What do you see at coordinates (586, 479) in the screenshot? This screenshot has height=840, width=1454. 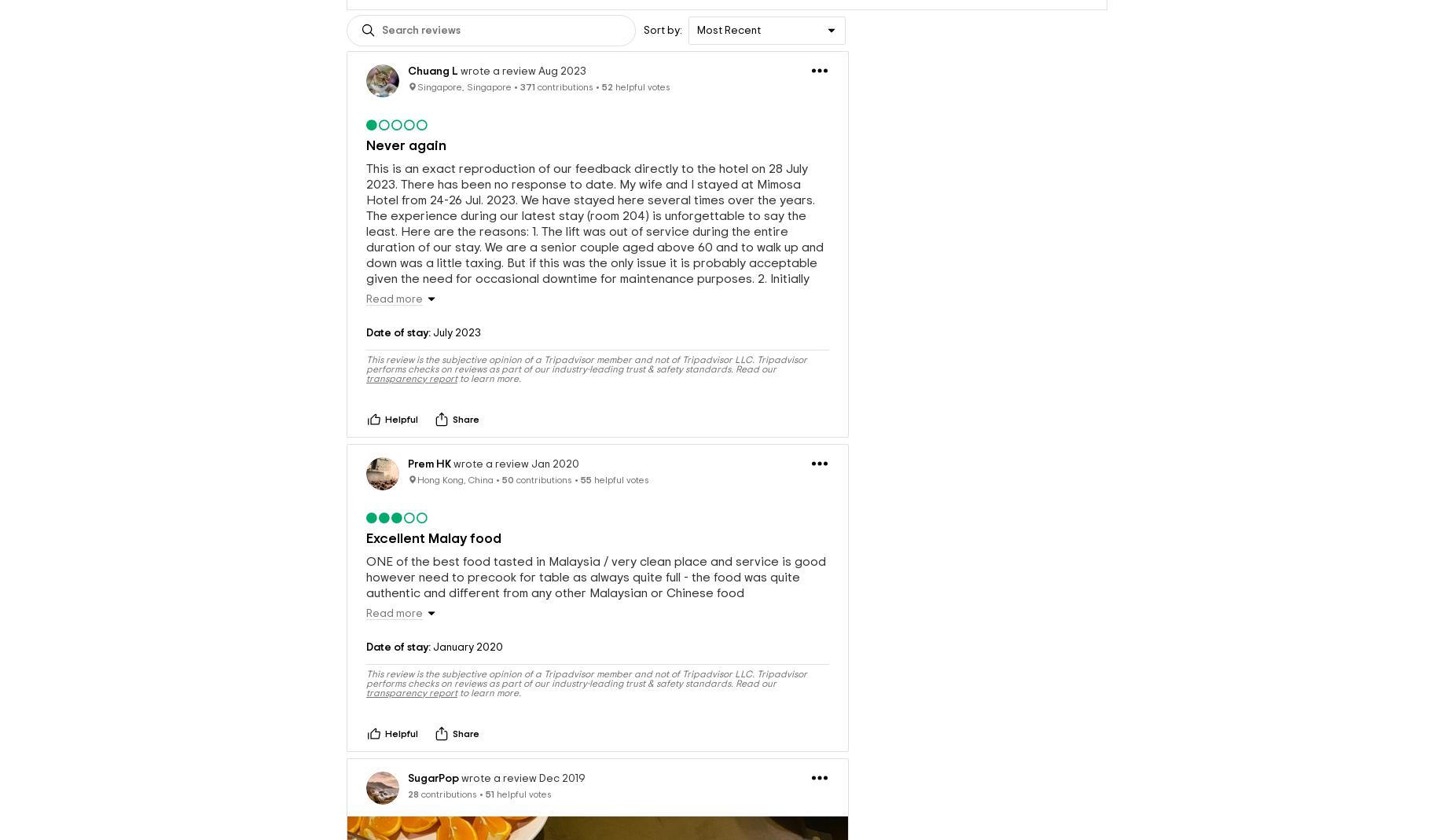 I see `'55'` at bounding box center [586, 479].